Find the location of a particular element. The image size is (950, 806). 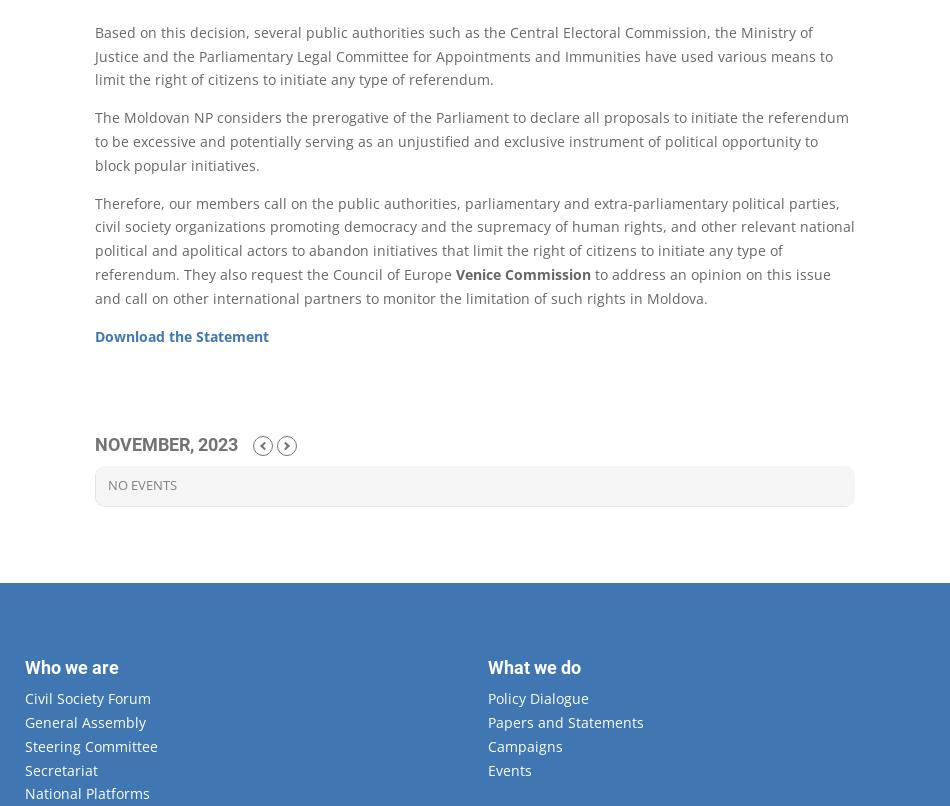

'Papers and Statements' is located at coordinates (564, 721).